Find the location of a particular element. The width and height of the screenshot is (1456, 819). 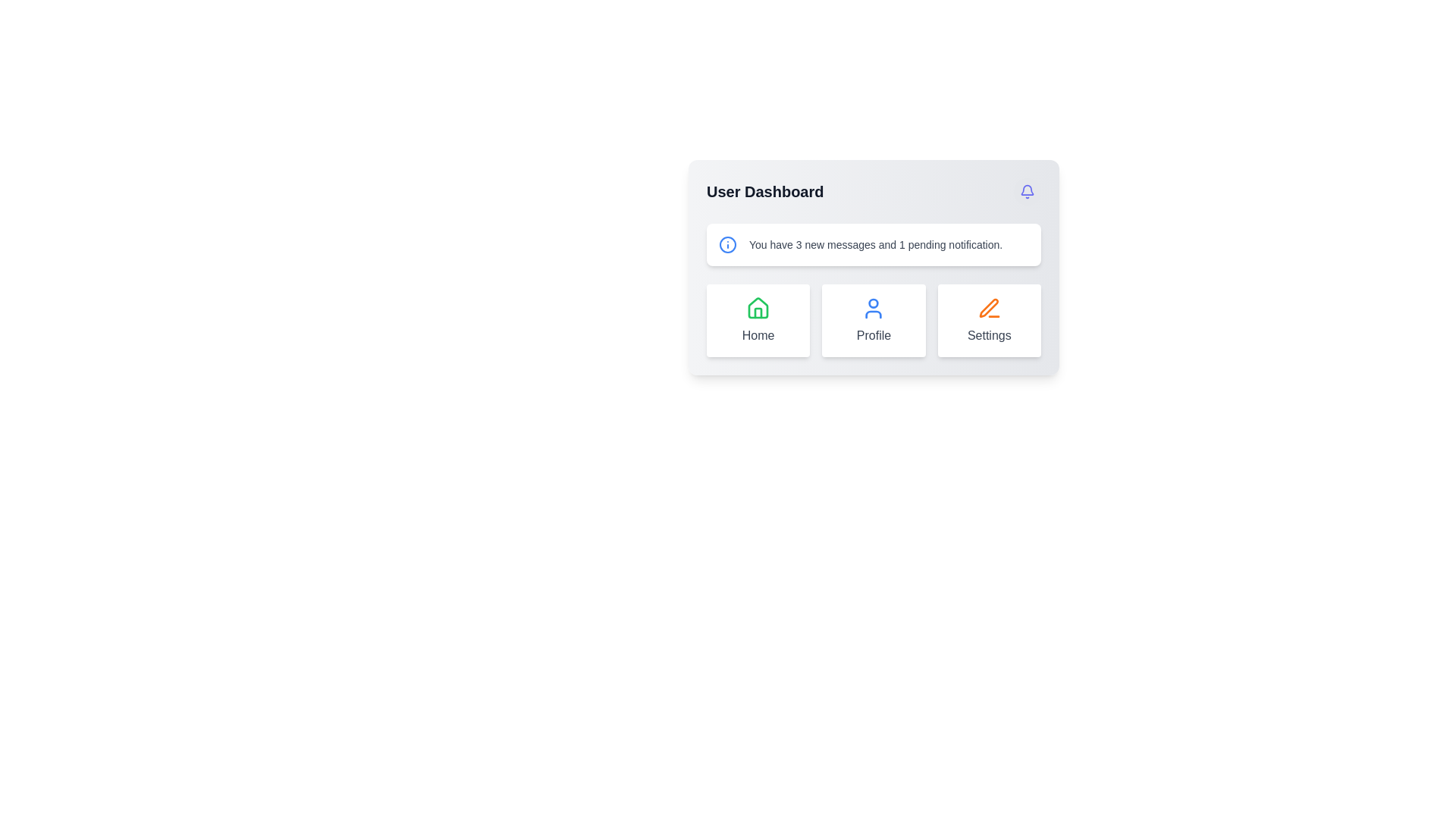

the Text block with an icon that notifies the user of new messages and pending notifications, located in the User Dashboard is located at coordinates (874, 244).